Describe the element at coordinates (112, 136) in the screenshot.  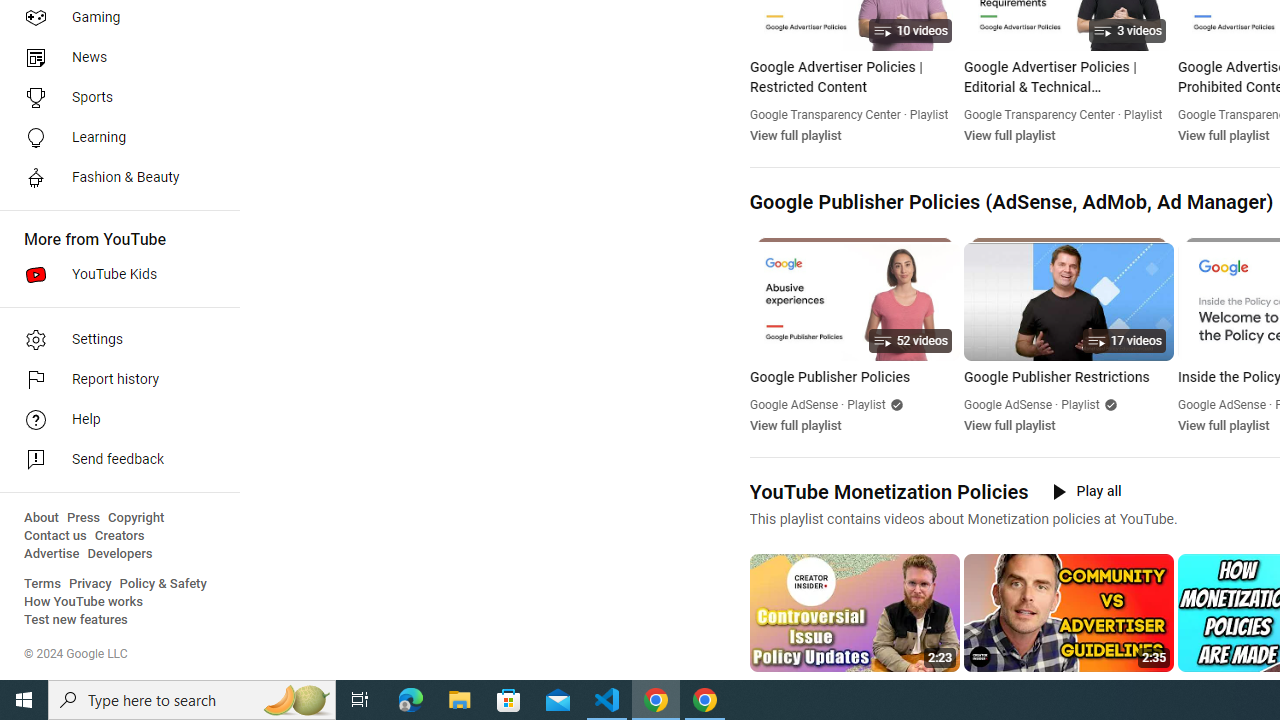
I see `'Learning'` at that location.